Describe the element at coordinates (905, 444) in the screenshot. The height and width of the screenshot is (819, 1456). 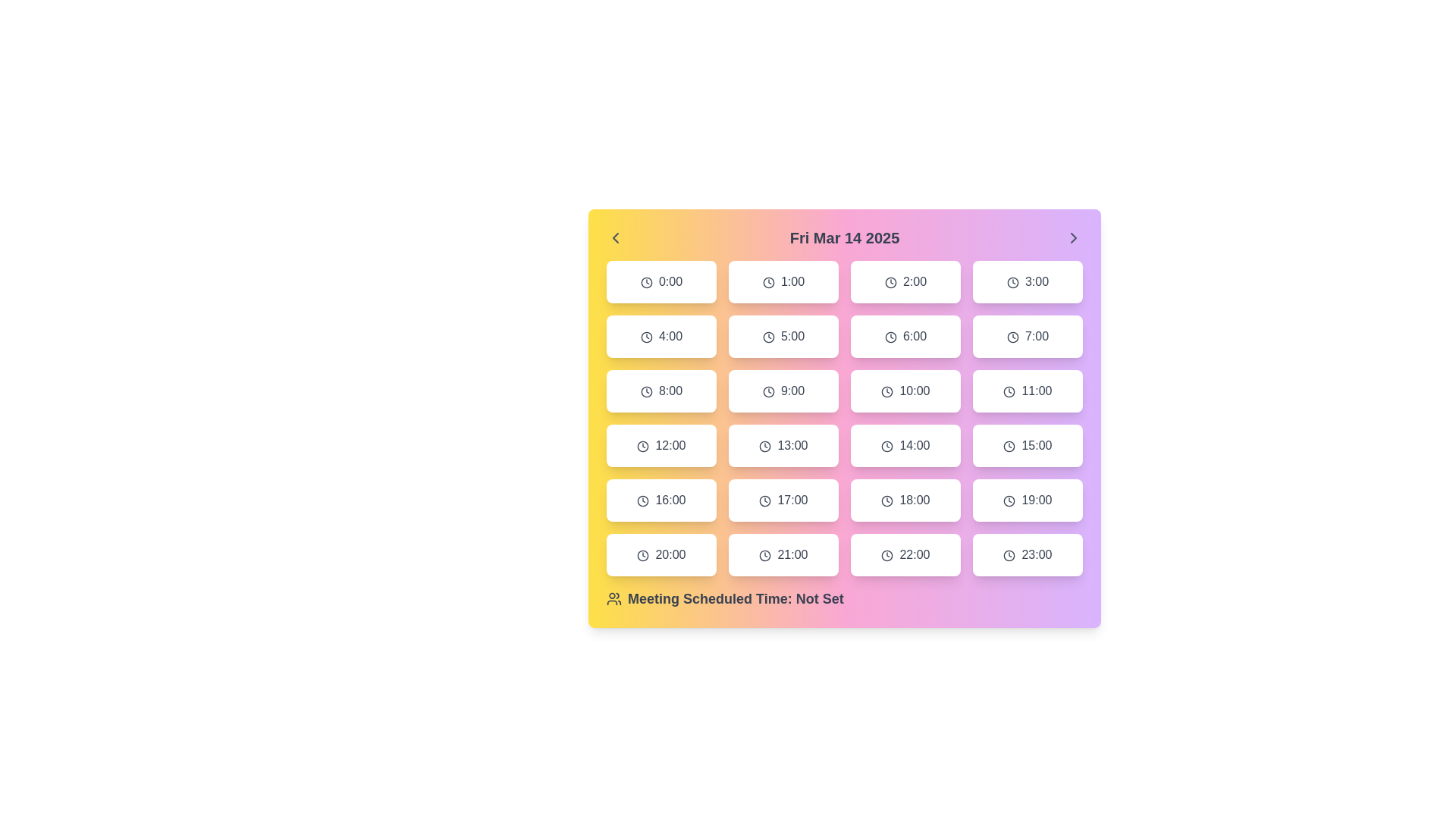
I see `the button that allows users to select the time '14:00' for scheduling or setting a timer, located in the fourth column of the fourth row in the grid structure` at that location.